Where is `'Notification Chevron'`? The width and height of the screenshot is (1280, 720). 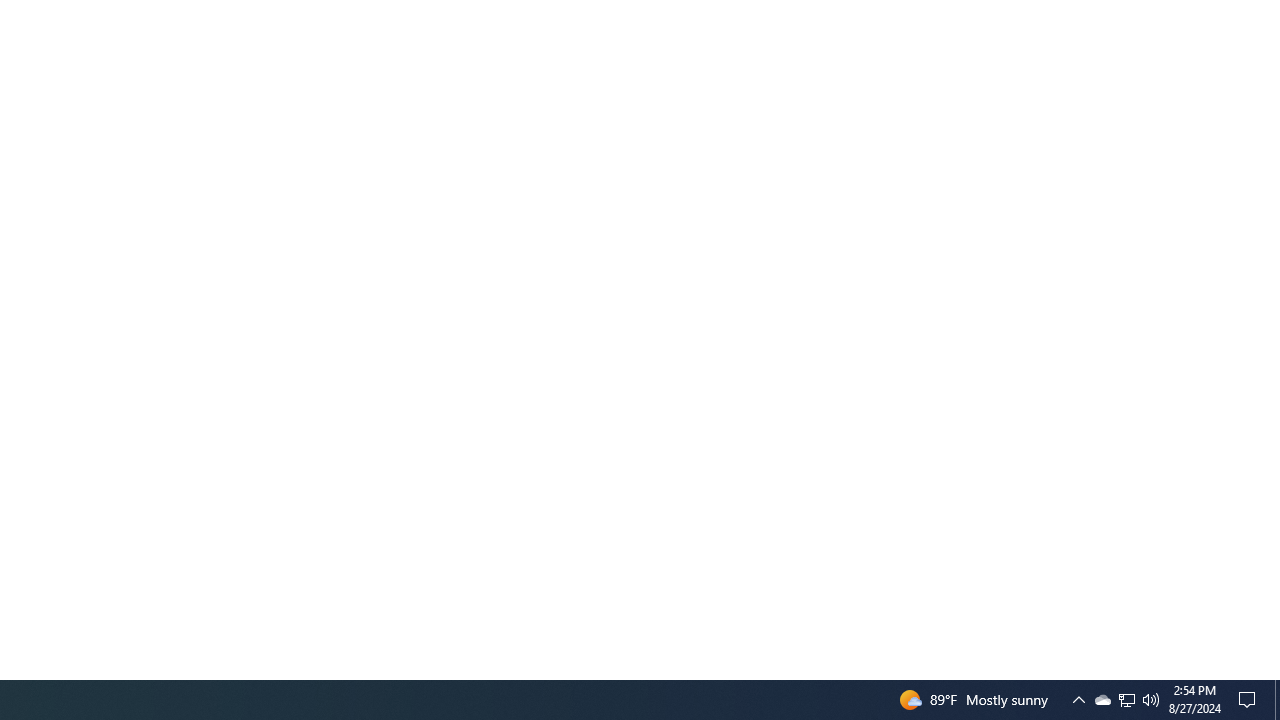 'Notification Chevron' is located at coordinates (1127, 698).